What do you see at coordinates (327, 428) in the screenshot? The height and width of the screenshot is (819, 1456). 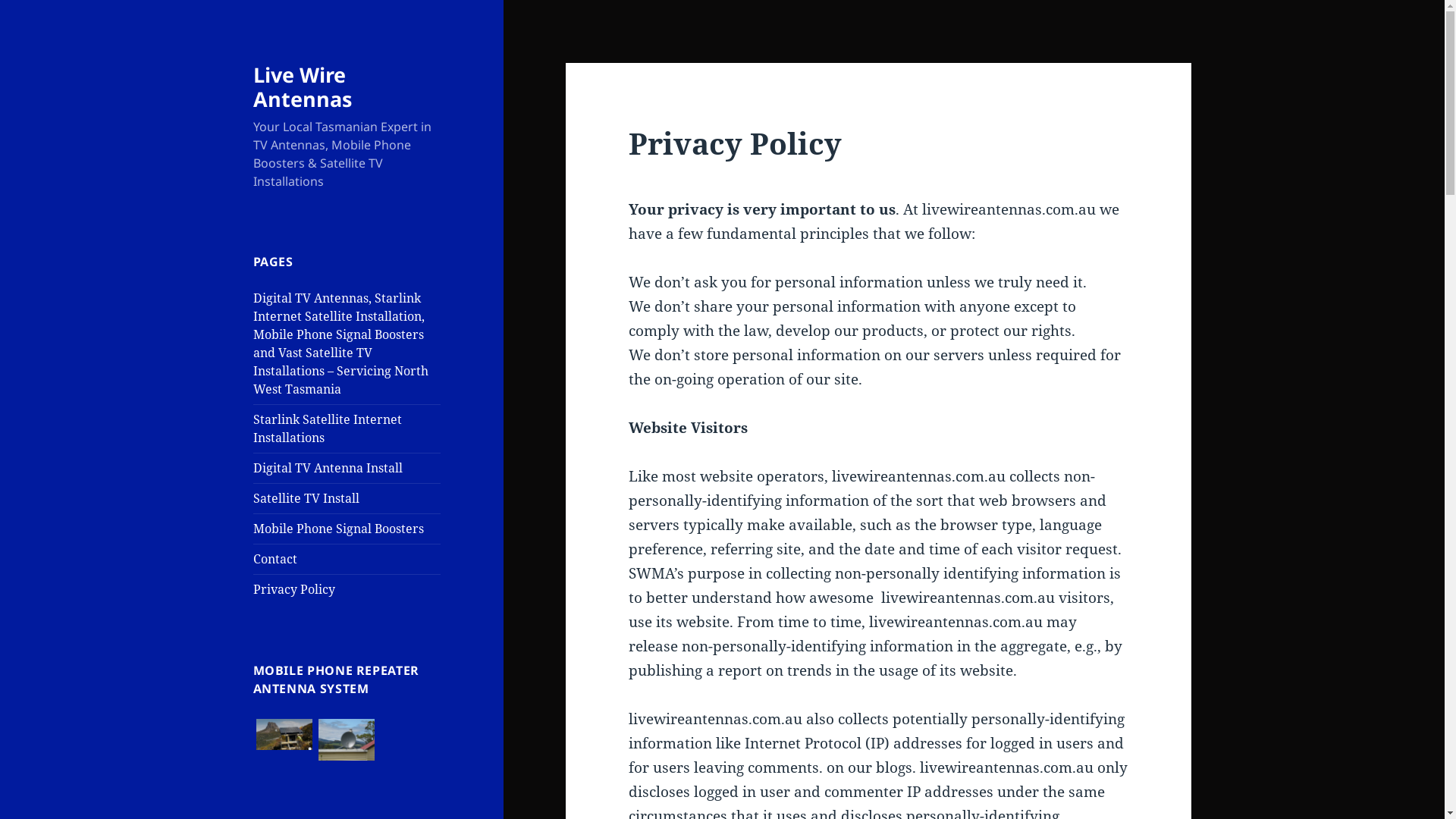 I see `'Starlink Satellite Internet Installations'` at bounding box center [327, 428].